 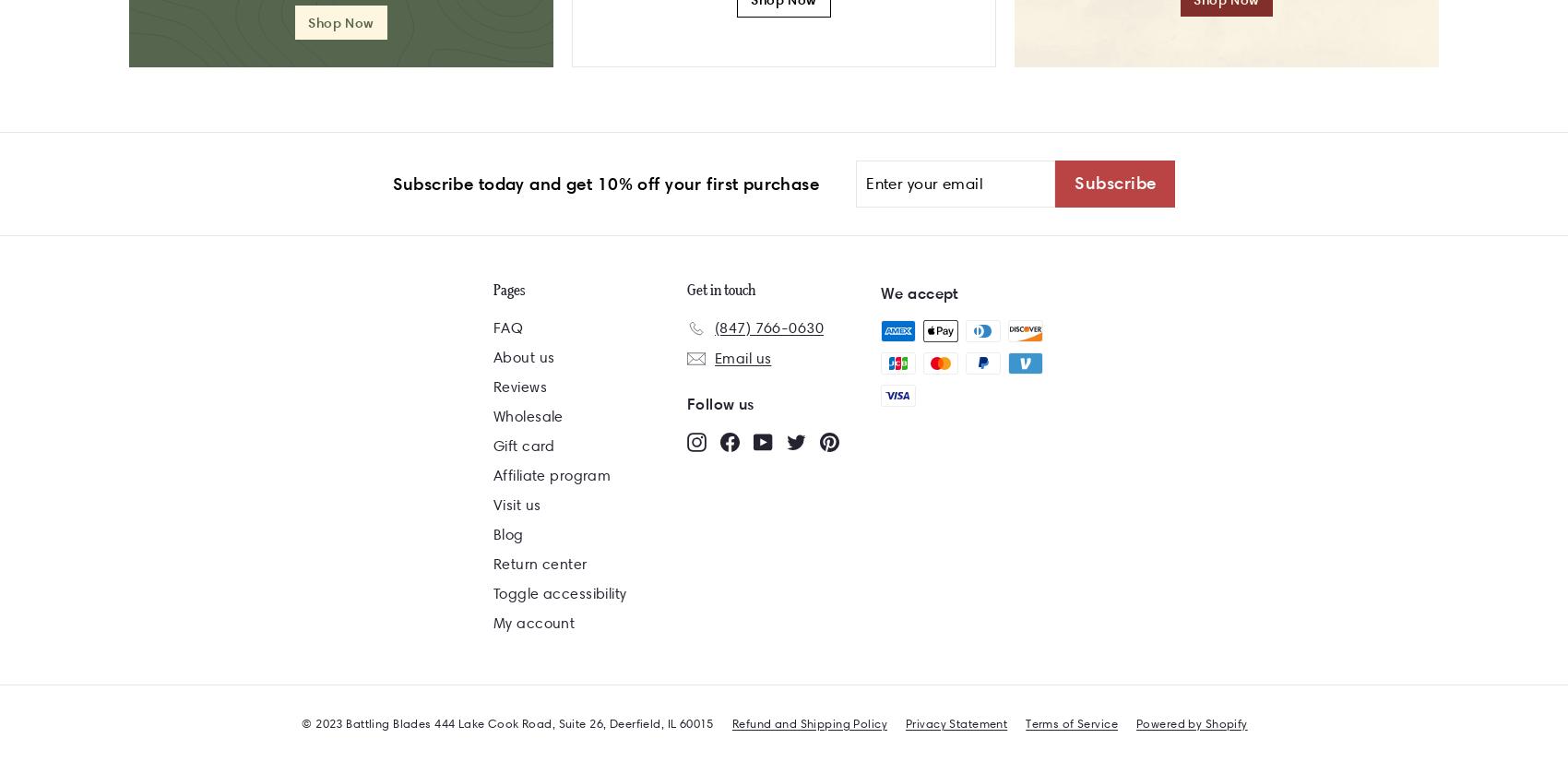 I want to click on '© 2023 Battling Blades
444 Lake Cook Road, Suite 26, Deerfield, IL 60015', so click(x=505, y=721).